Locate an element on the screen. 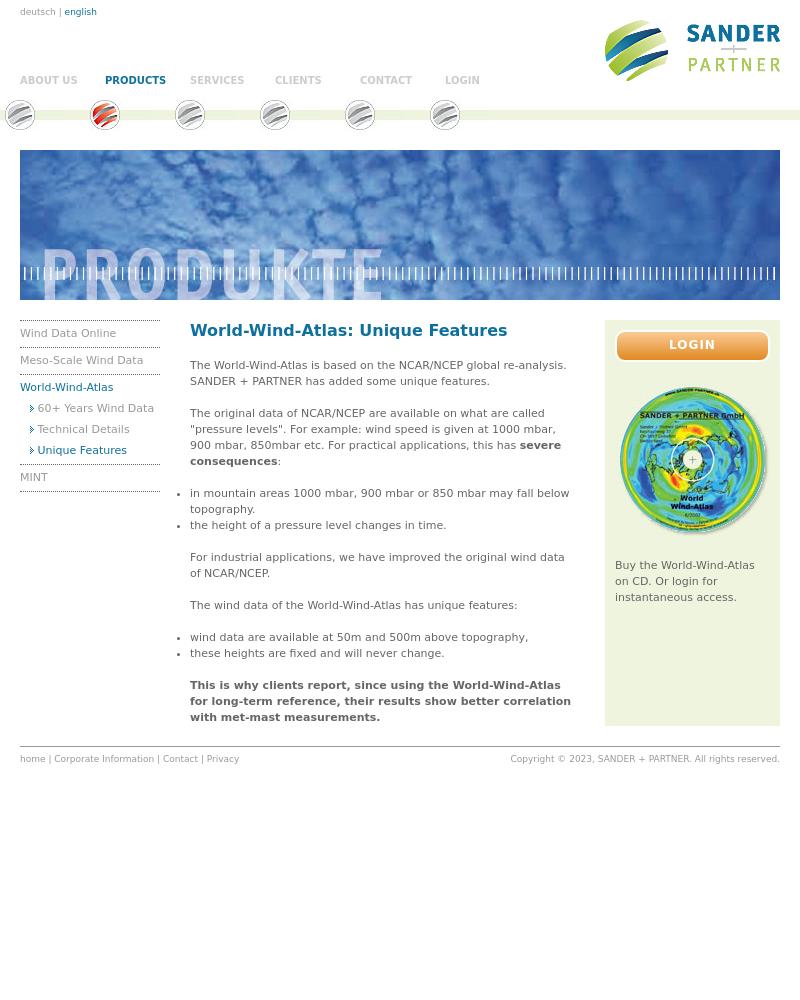 This screenshot has height=1000, width=800. 'The wind data of the World-Wind-Atlas has unique features:' is located at coordinates (353, 604).